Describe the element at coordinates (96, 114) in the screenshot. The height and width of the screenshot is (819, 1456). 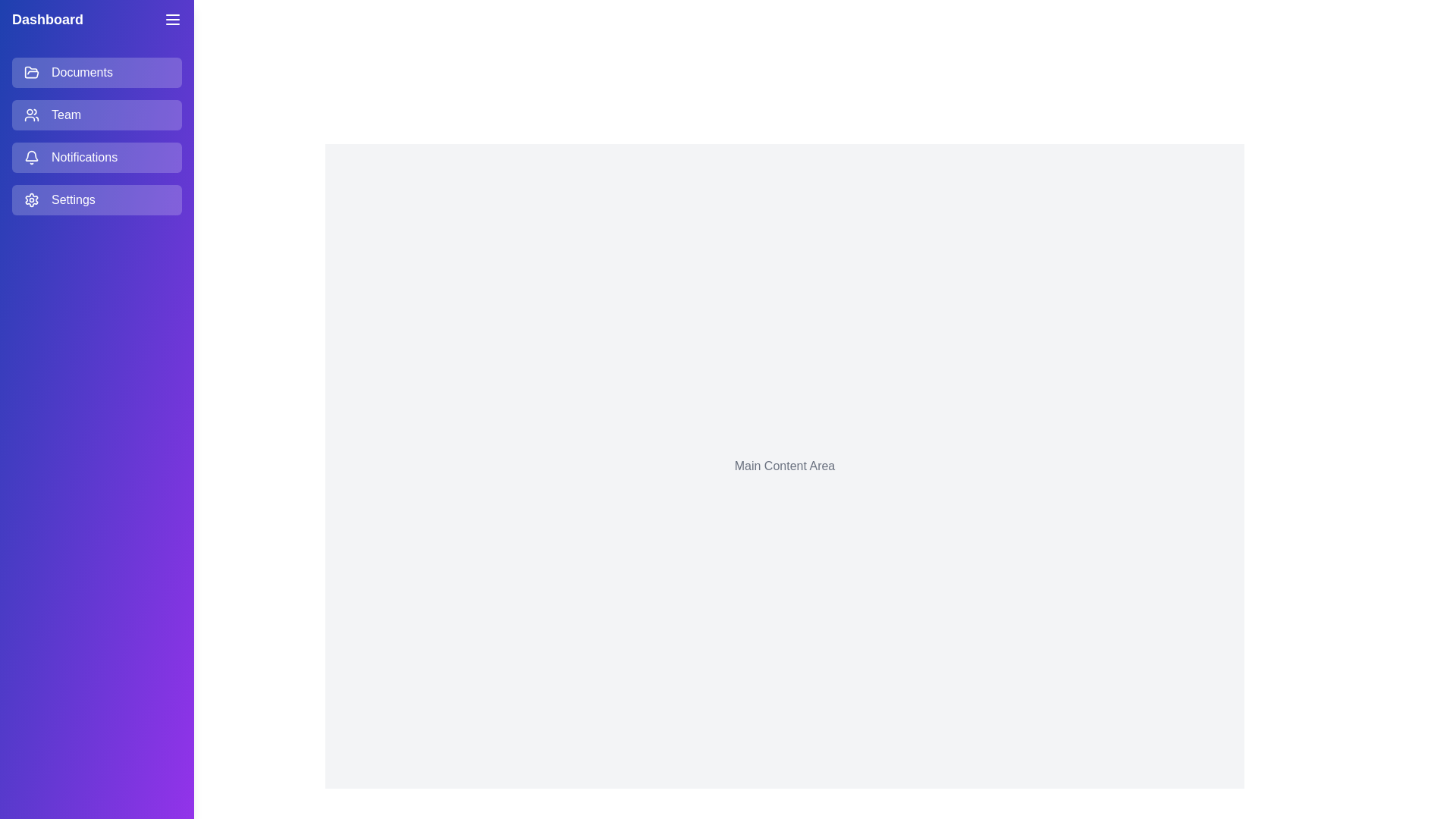
I see `the menu item Team from the list` at that location.